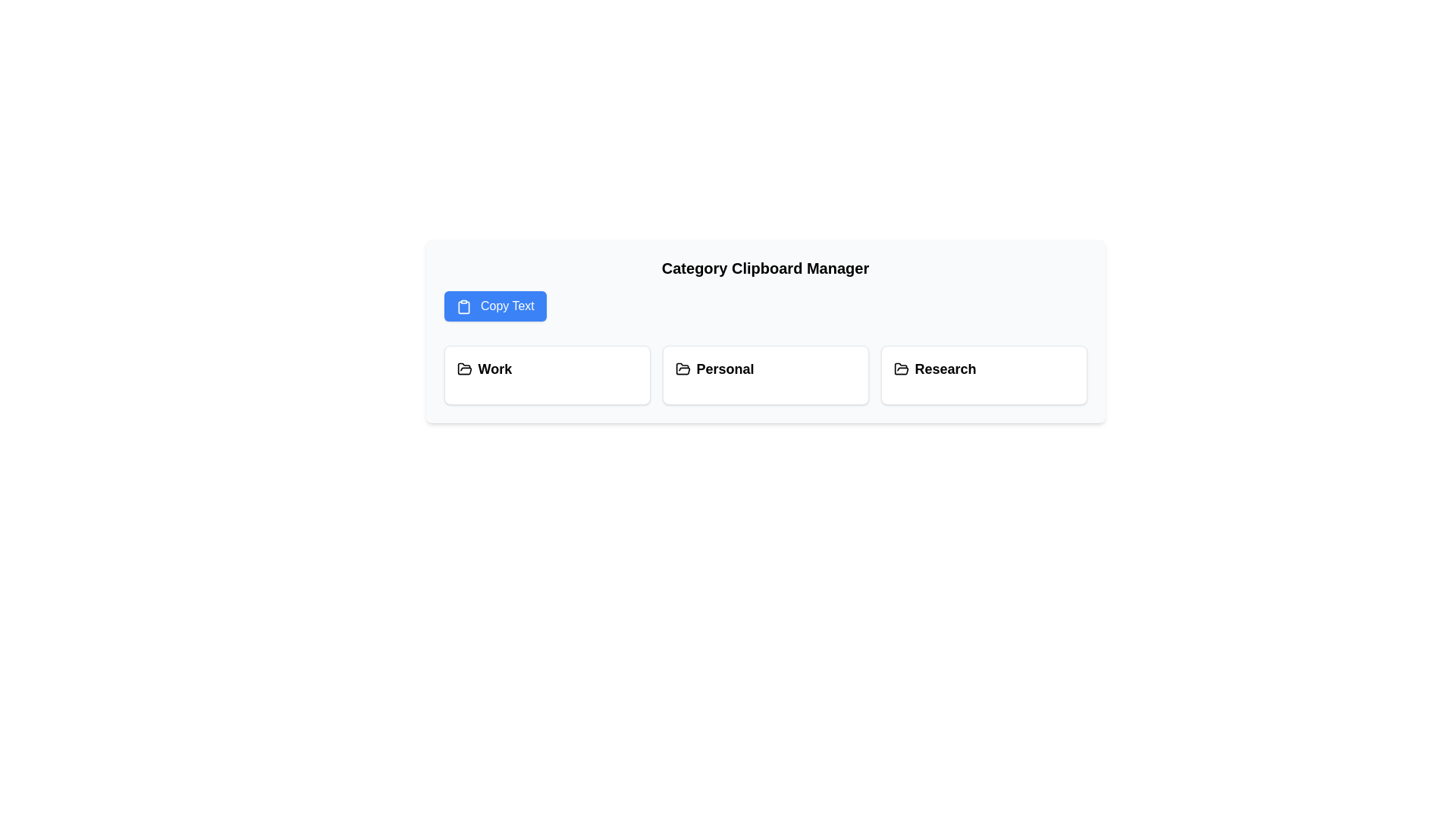  Describe the element at coordinates (463, 369) in the screenshot. I see `the folder icon located to the left of the text label 'Work' in the interface` at that location.